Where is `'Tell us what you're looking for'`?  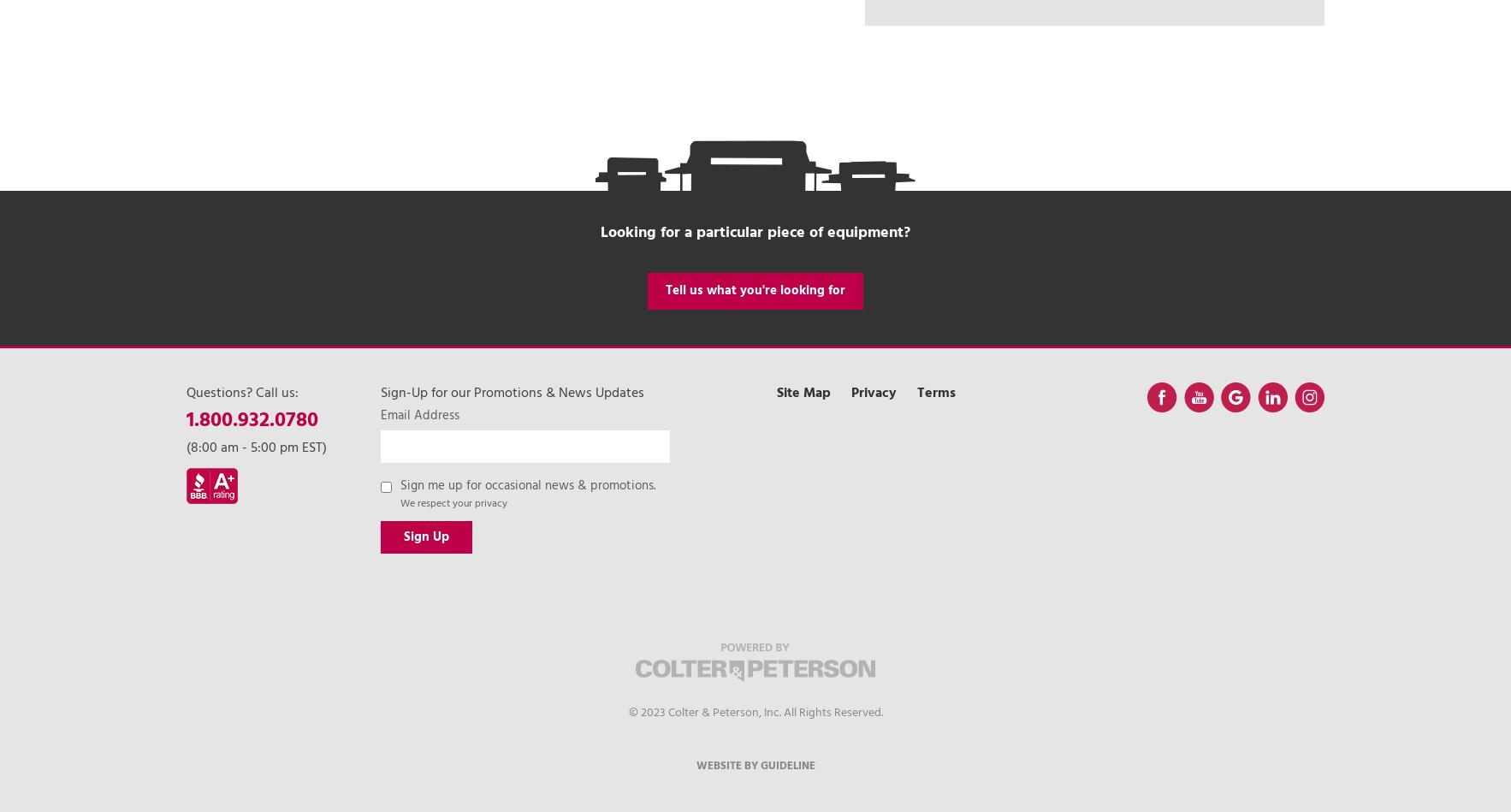 'Tell us what you're looking for' is located at coordinates (665, 289).